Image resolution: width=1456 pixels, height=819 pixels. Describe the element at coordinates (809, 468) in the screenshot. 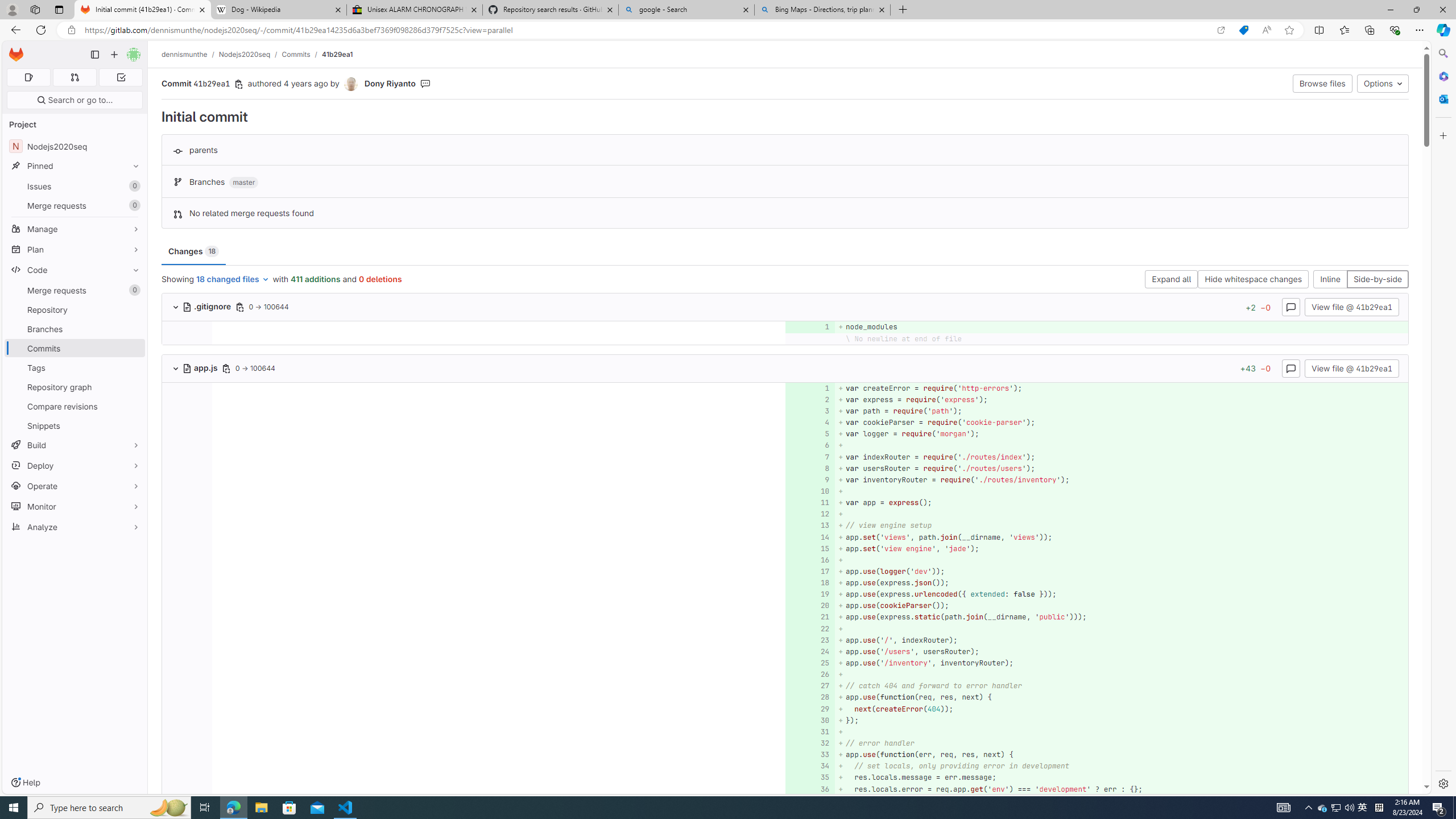

I see `'Add a comment to this line 8'` at that location.